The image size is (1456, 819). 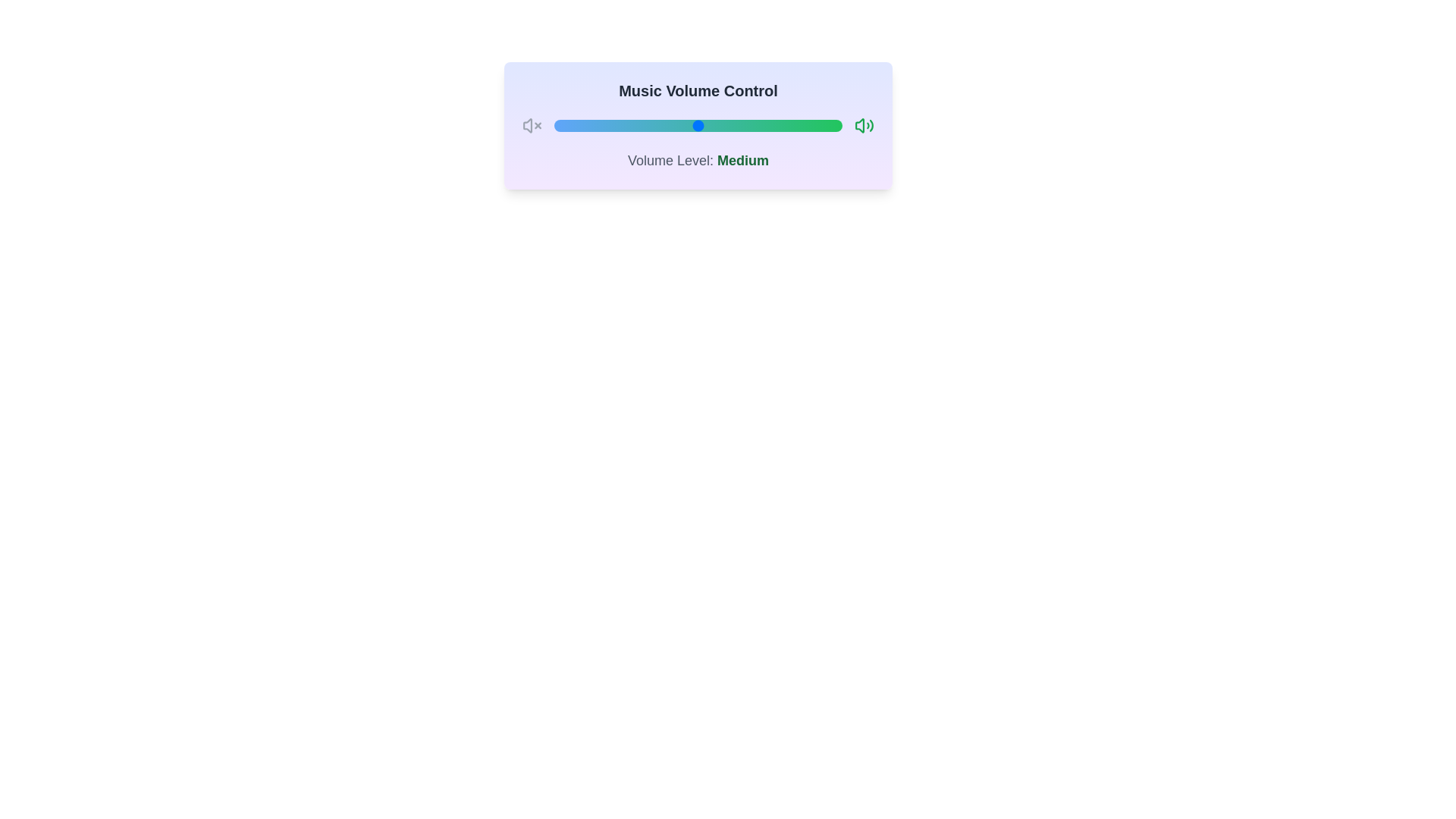 I want to click on the volume to 80 by interacting with the slider, so click(x=784, y=124).